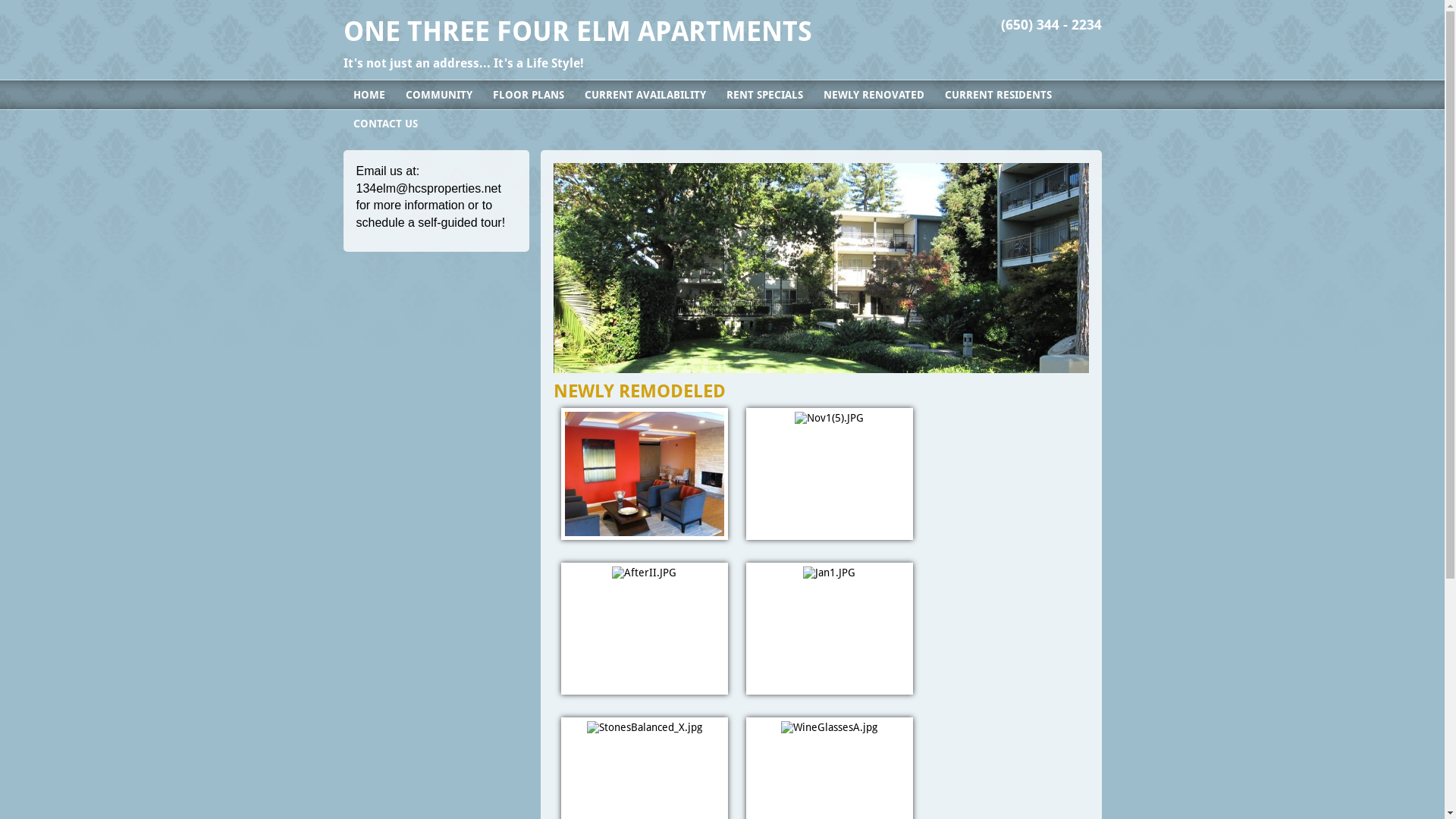  I want to click on 'RENT SPECIALS', so click(764, 94).